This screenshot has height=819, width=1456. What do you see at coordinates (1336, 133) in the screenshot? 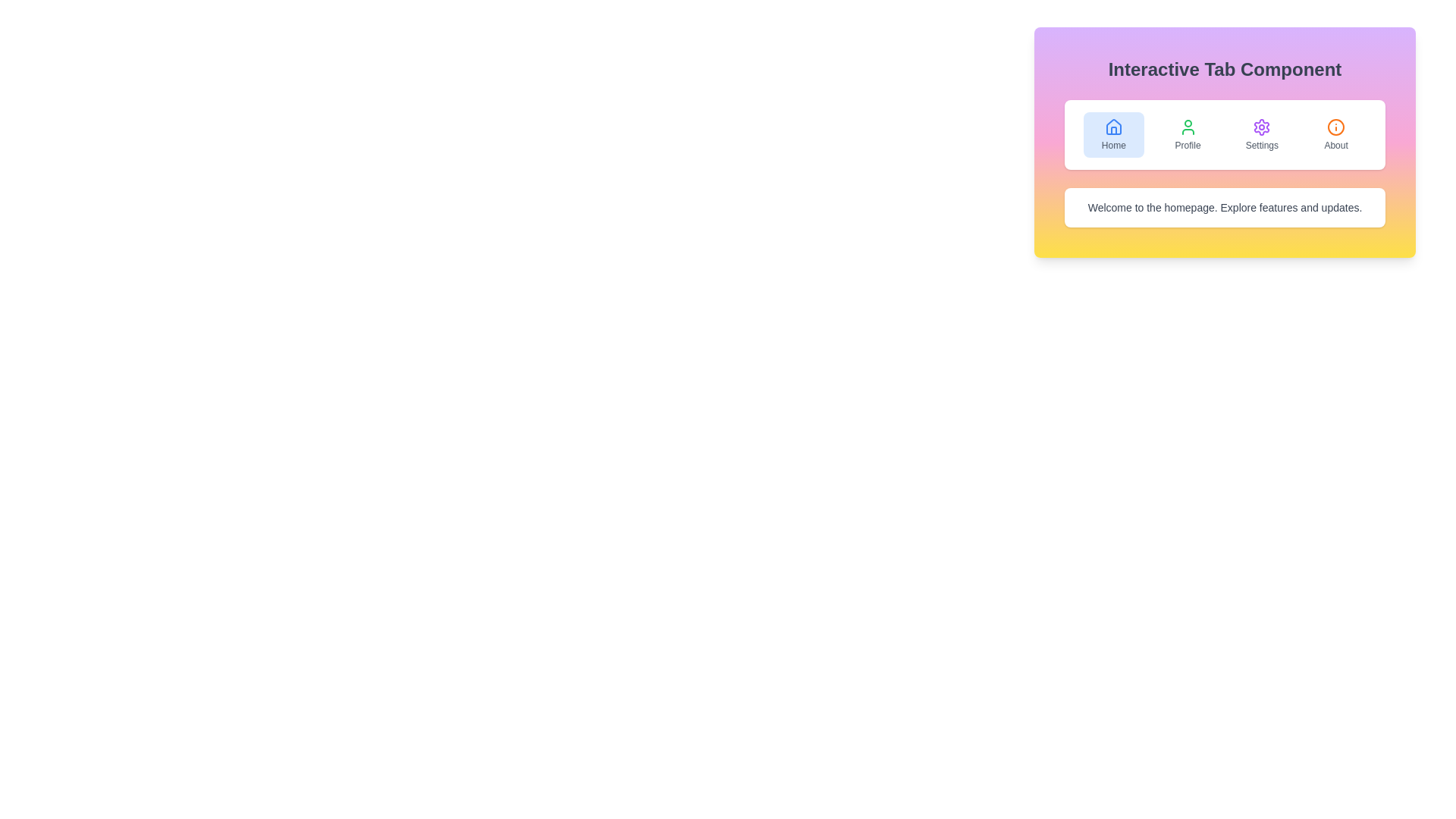
I see `the tab button labeled About to view its hover effect` at bounding box center [1336, 133].